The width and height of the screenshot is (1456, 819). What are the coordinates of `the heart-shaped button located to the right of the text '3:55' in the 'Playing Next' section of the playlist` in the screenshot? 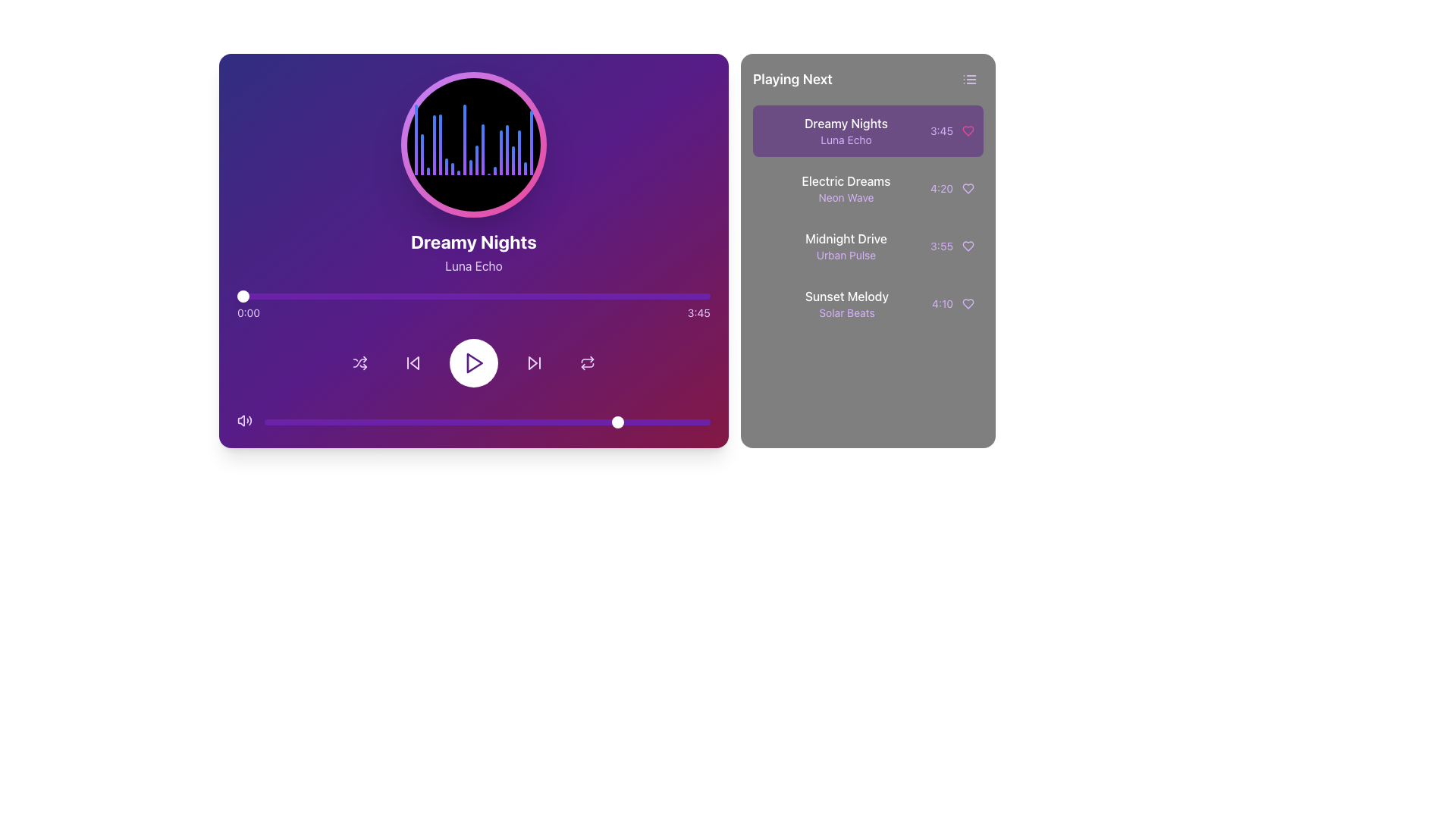 It's located at (967, 245).